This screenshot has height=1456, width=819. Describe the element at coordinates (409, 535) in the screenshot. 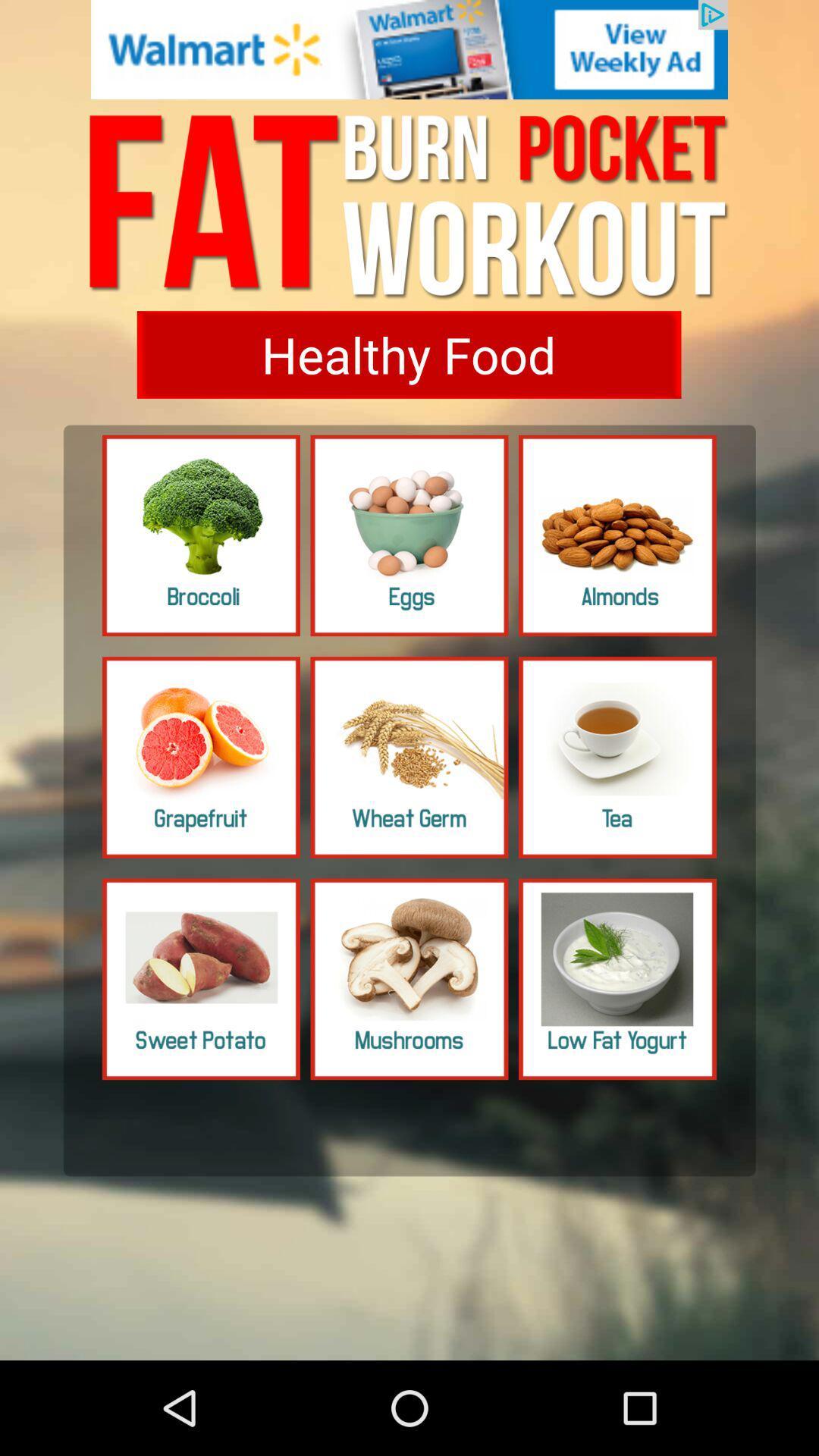

I see `click eggs icon` at that location.